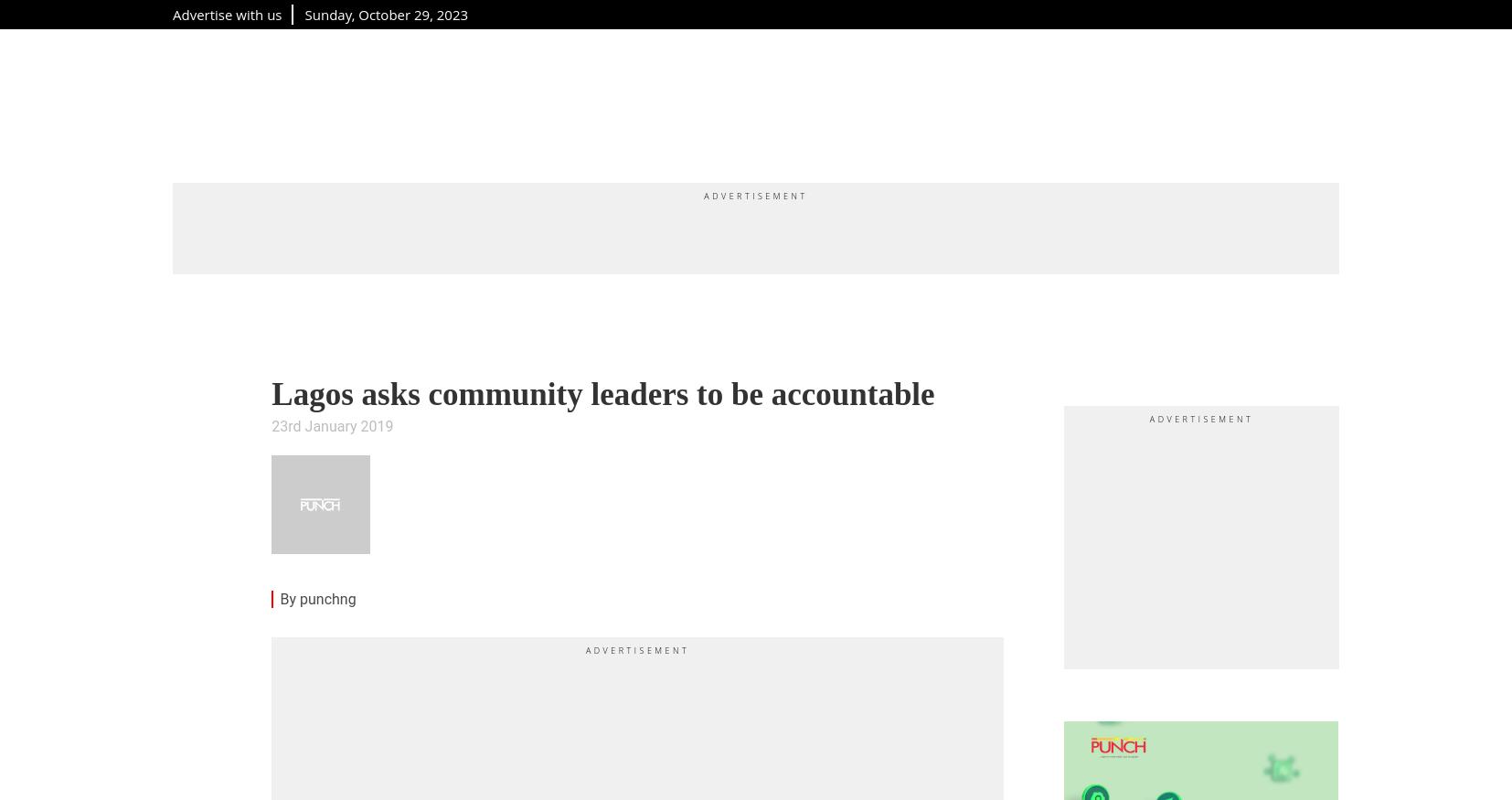 This screenshot has height=800, width=1512. What do you see at coordinates (625, 772) in the screenshot?
I see `'Nigerians can now decide if they want salaries in Naira or Dollars, you can earn as much as $10,000 (₦10.2million) monthly. Click'` at bounding box center [625, 772].